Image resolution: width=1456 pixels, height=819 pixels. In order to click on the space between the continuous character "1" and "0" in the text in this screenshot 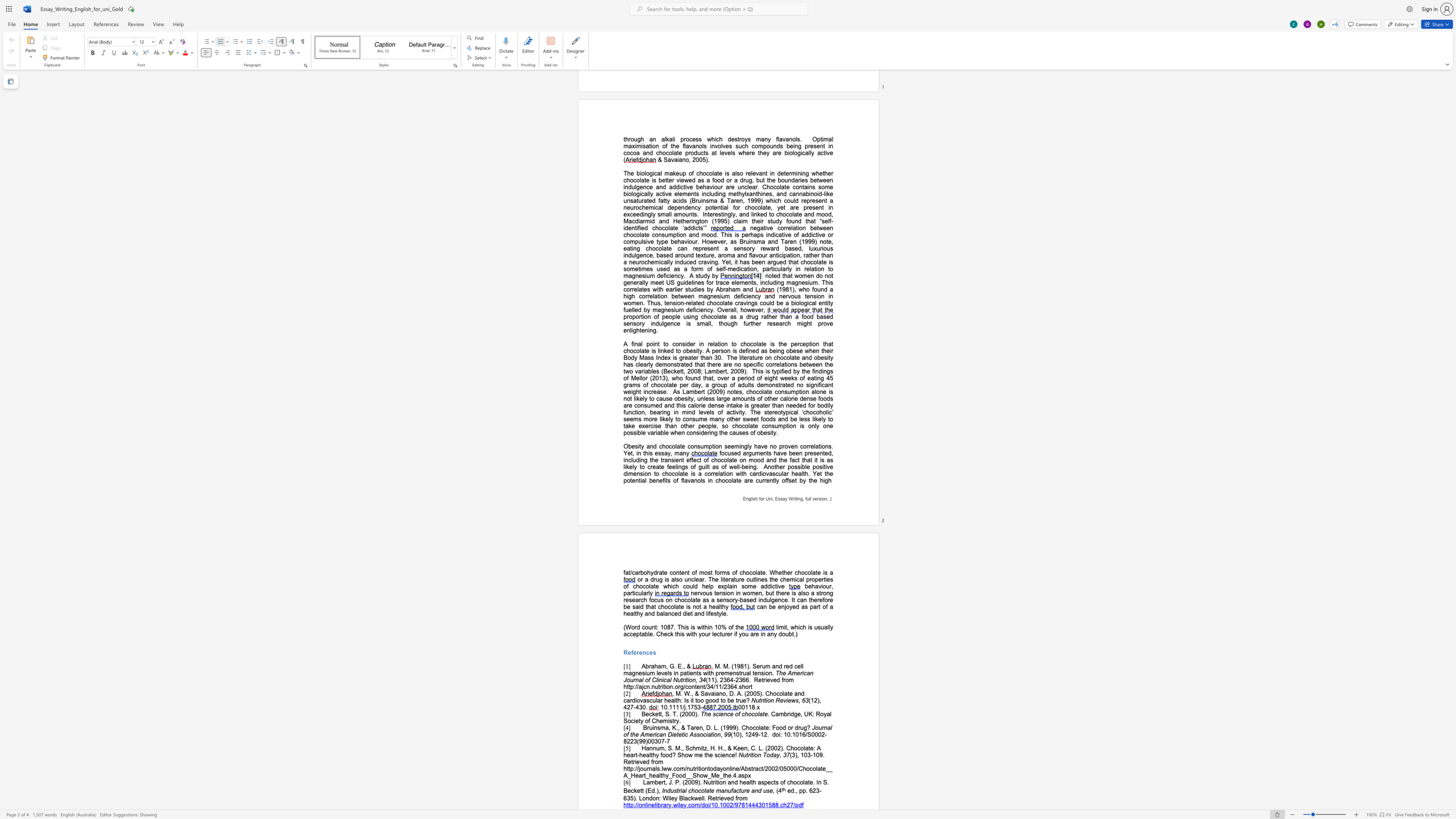, I will do `click(735, 734)`.